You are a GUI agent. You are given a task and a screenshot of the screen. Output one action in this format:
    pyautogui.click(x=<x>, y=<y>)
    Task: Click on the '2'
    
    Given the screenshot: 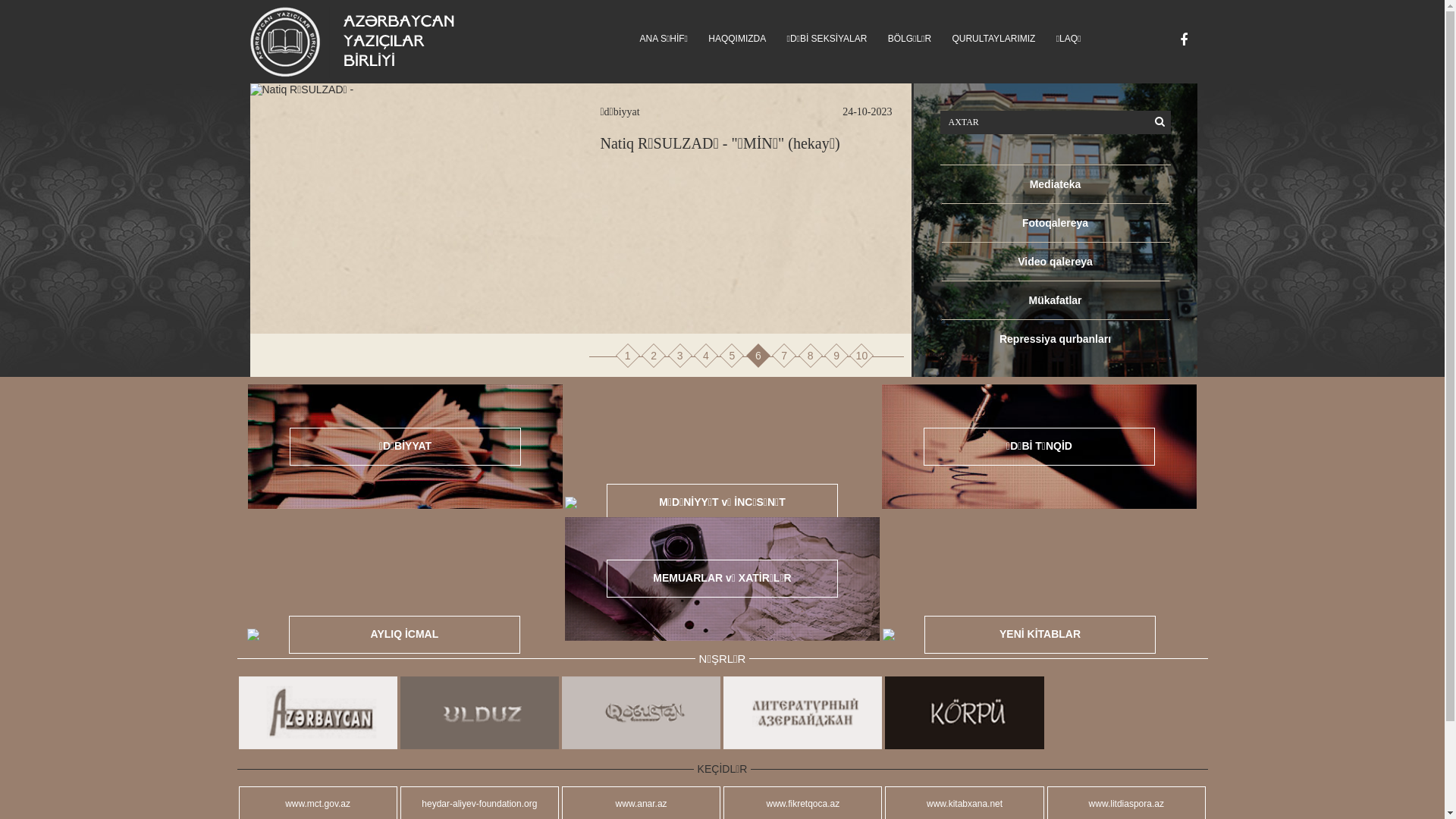 What is the action you would take?
    pyautogui.click(x=654, y=356)
    